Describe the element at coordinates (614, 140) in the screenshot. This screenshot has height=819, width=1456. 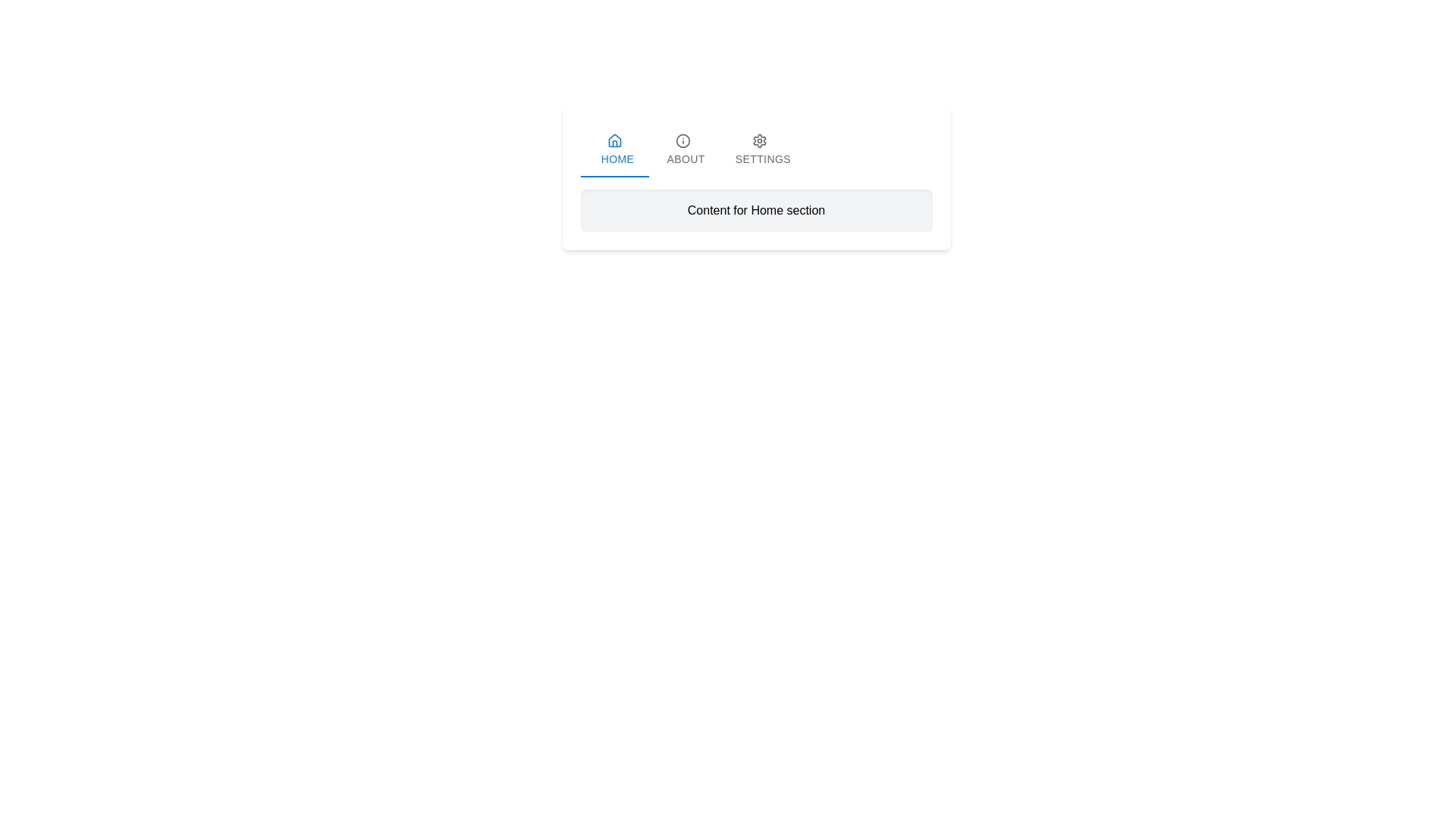
I see `the house icon in the tab bar under the 'HOME' label` at that location.